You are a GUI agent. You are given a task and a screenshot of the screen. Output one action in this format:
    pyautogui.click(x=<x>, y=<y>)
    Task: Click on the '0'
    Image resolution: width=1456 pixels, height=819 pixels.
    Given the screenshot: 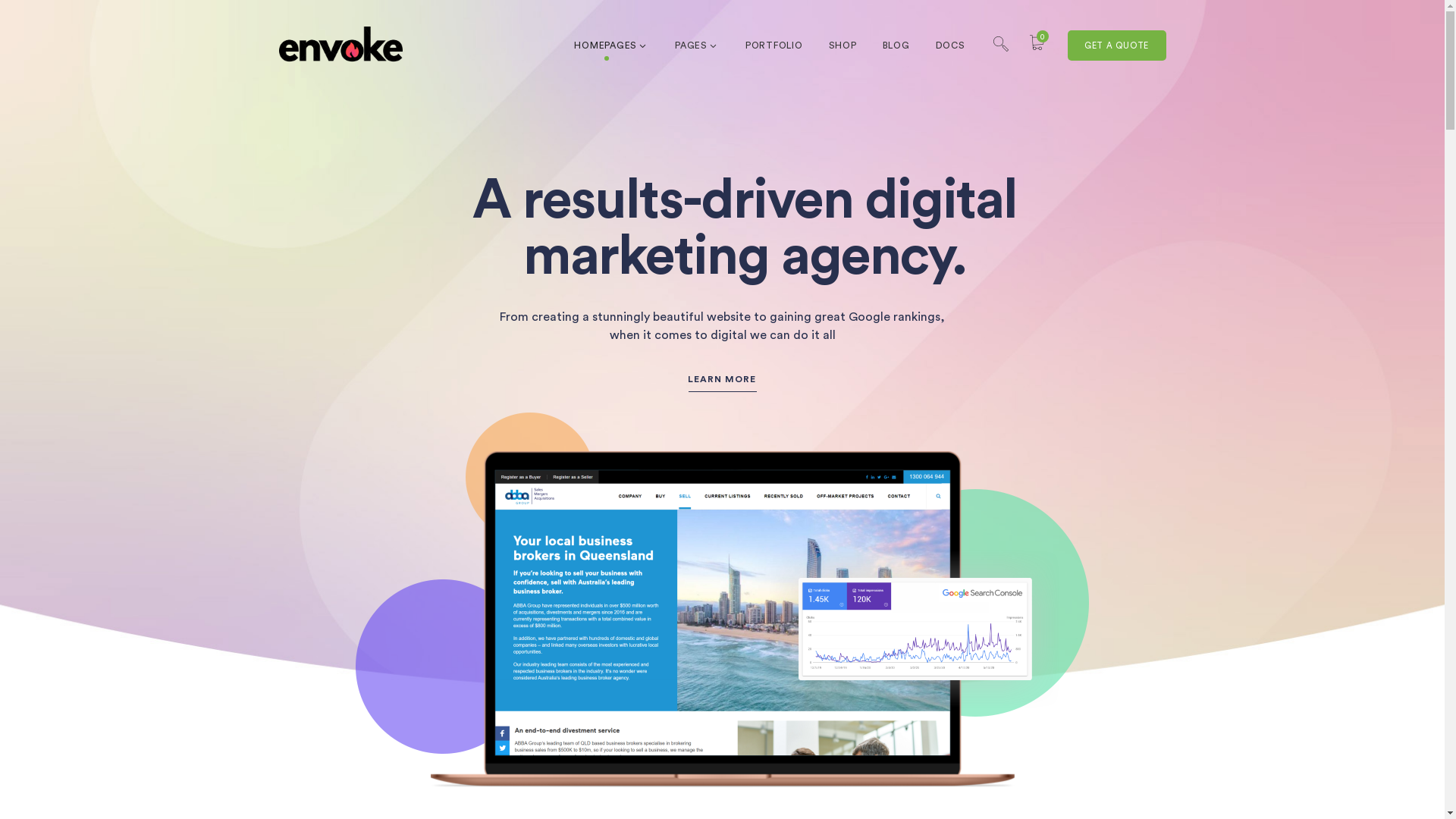 What is the action you would take?
    pyautogui.click(x=1025, y=45)
    